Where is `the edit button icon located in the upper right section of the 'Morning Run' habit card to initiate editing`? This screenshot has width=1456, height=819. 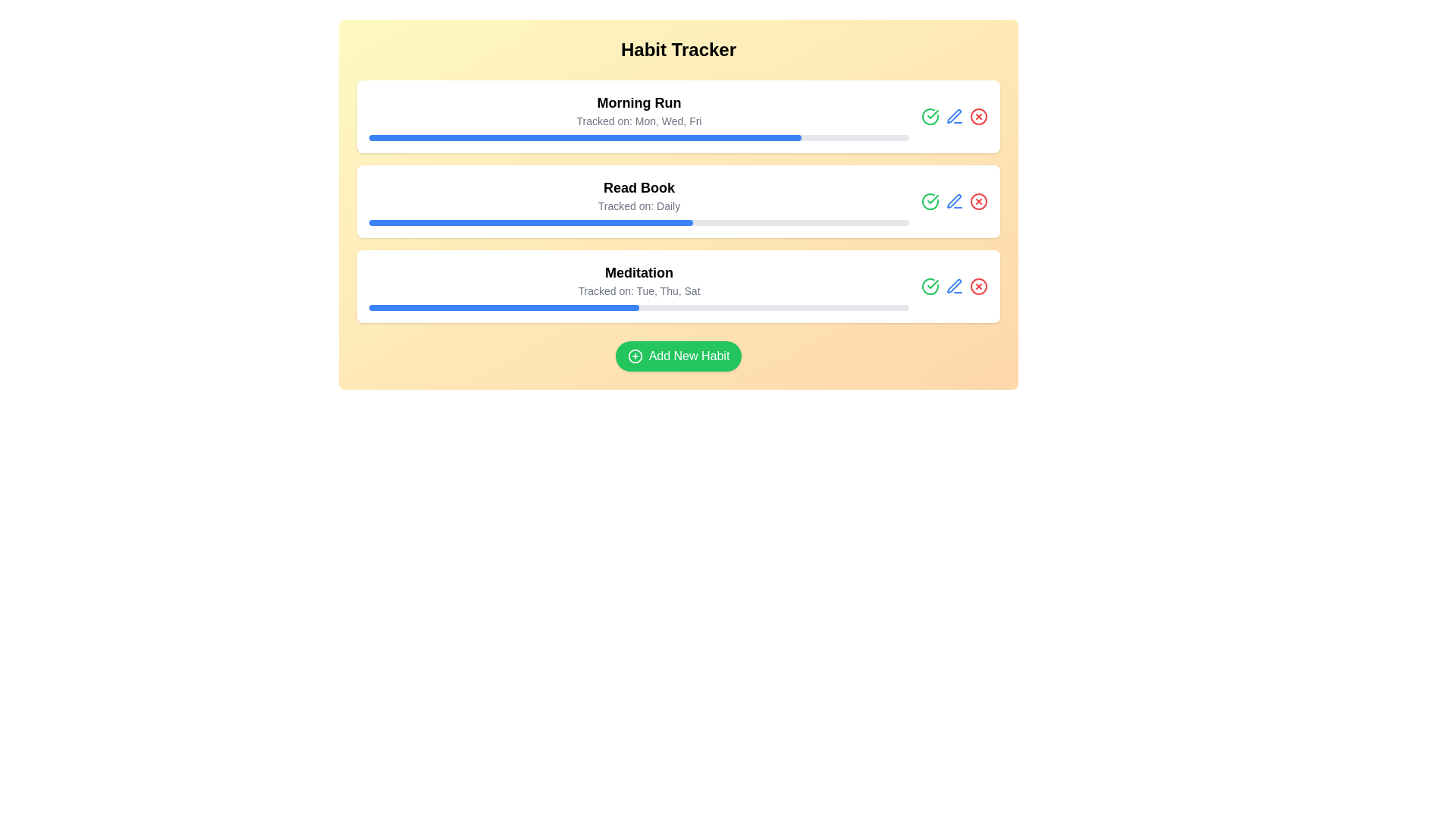
the edit button icon located in the upper right section of the 'Morning Run' habit card to initiate editing is located at coordinates (953, 116).